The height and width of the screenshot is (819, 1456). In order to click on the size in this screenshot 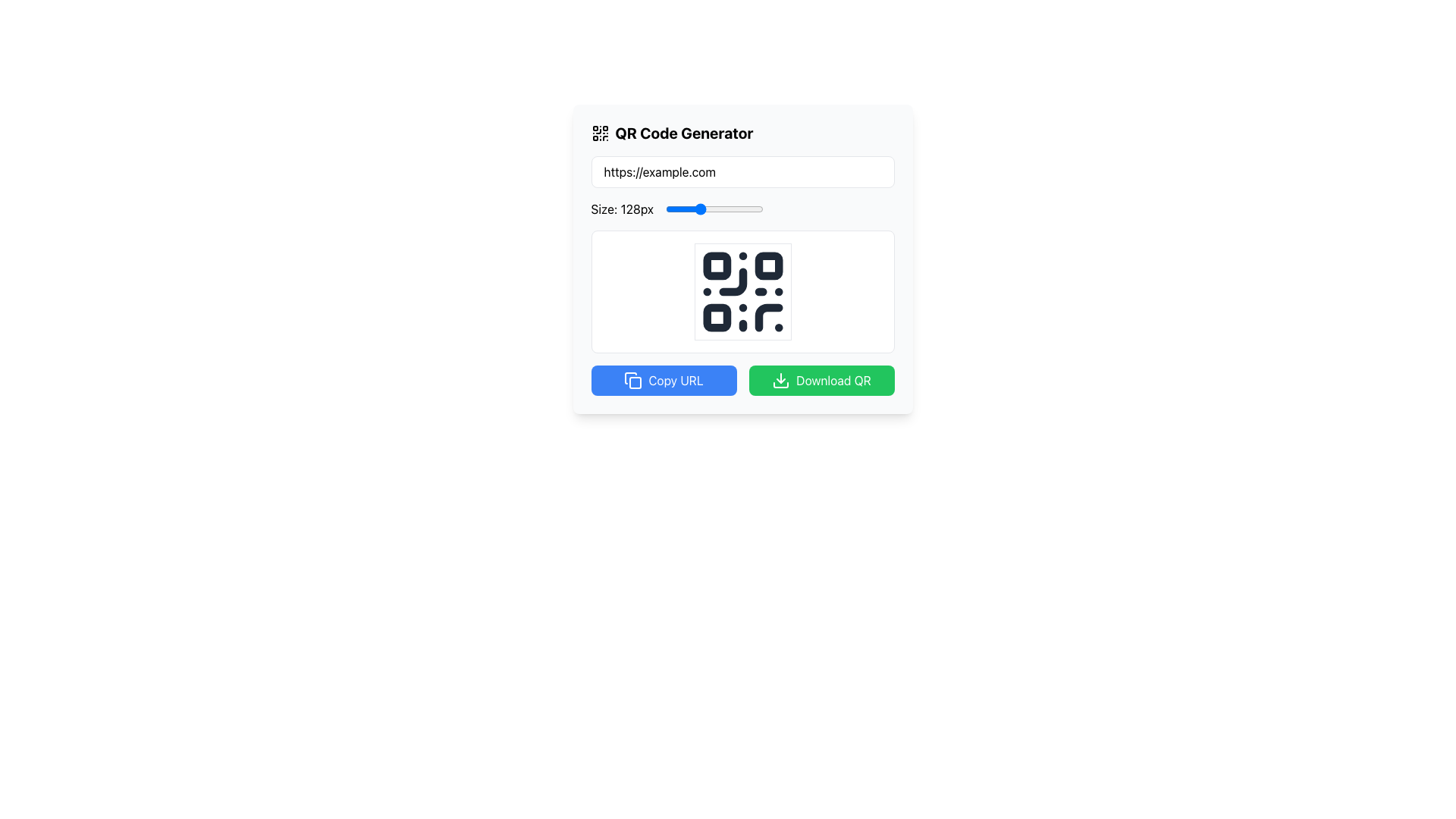, I will do `click(676, 209)`.